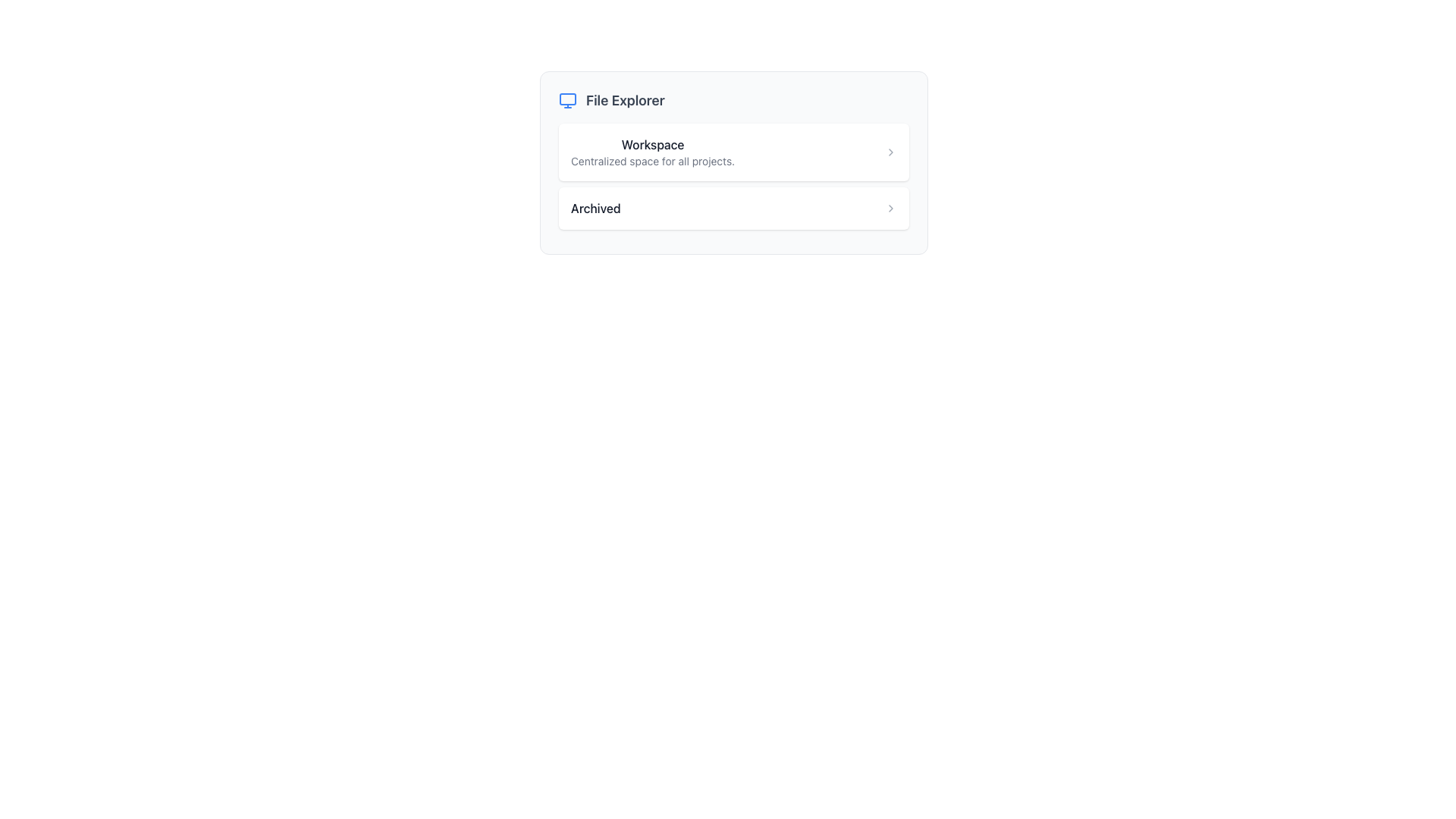  What do you see at coordinates (566, 100) in the screenshot?
I see `the decorative icon representing the 'File Explorer' section, which is positioned to the left of the text 'File Explorer' in the upper section of the interface` at bounding box center [566, 100].